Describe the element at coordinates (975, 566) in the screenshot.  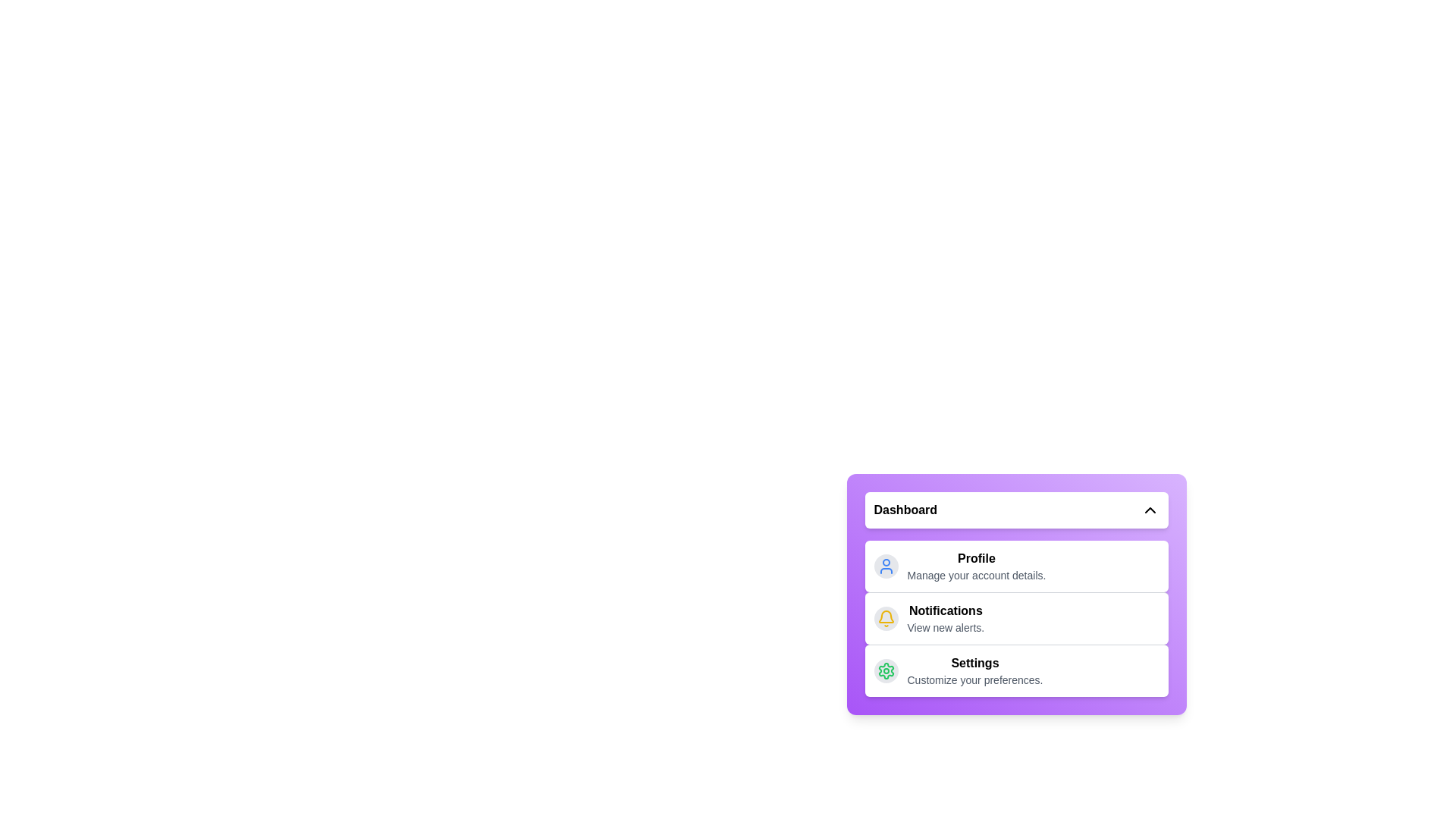
I see `the menu item Profile to navigate to its content` at that location.